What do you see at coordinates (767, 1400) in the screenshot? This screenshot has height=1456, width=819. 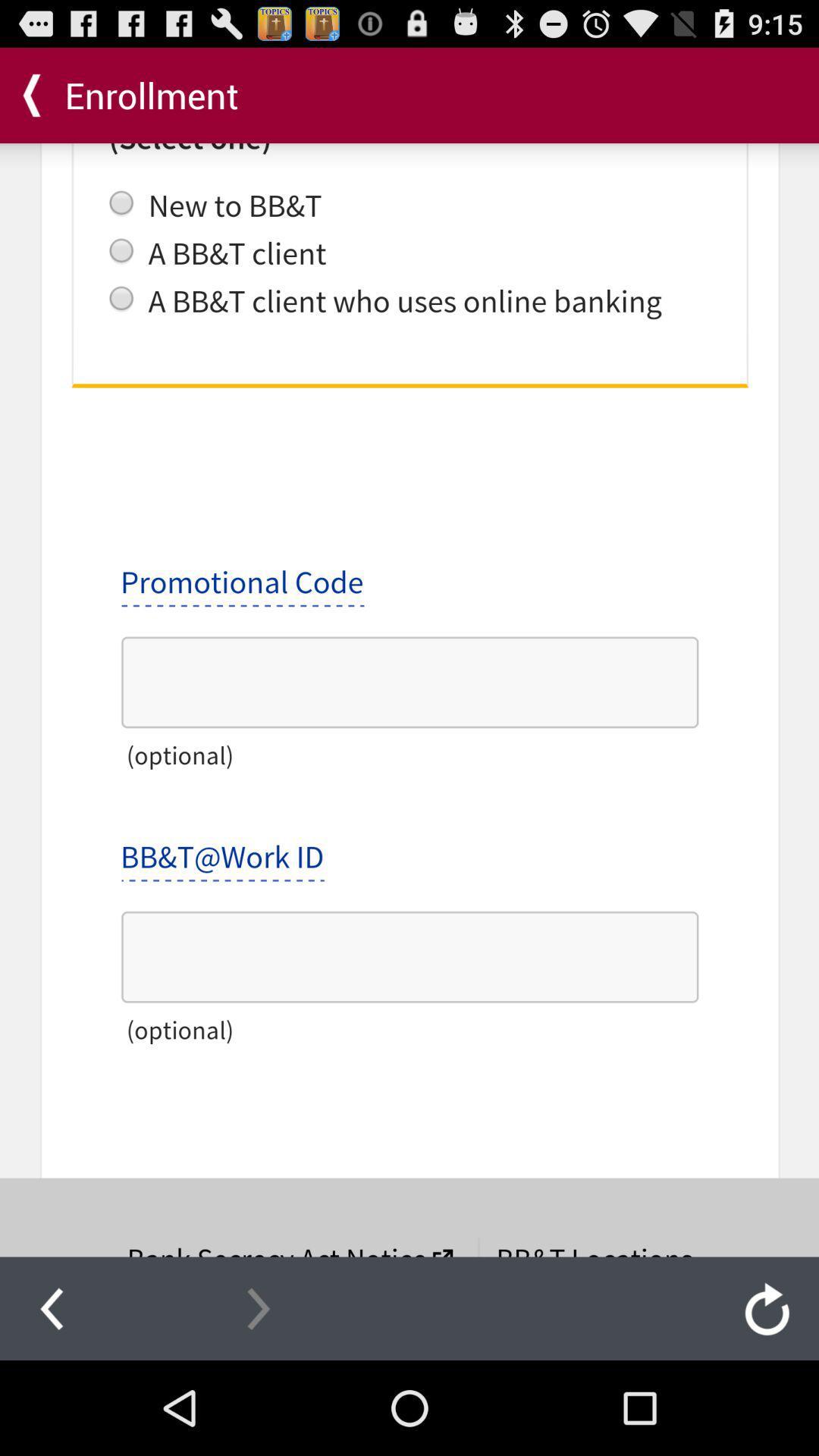 I see `the refresh icon` at bounding box center [767, 1400].